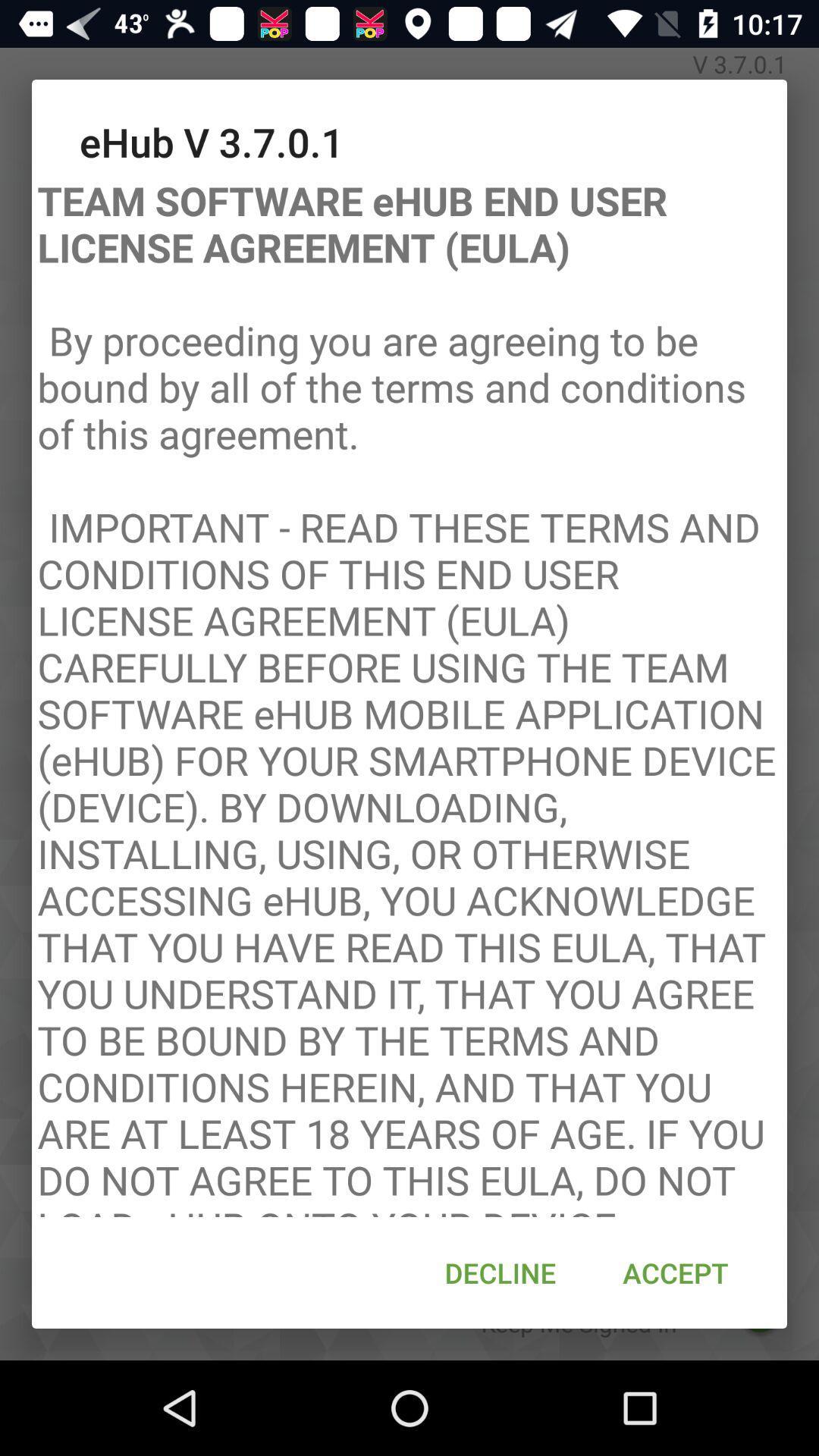 Image resolution: width=819 pixels, height=1456 pixels. I want to click on item next to the accept, so click(500, 1272).